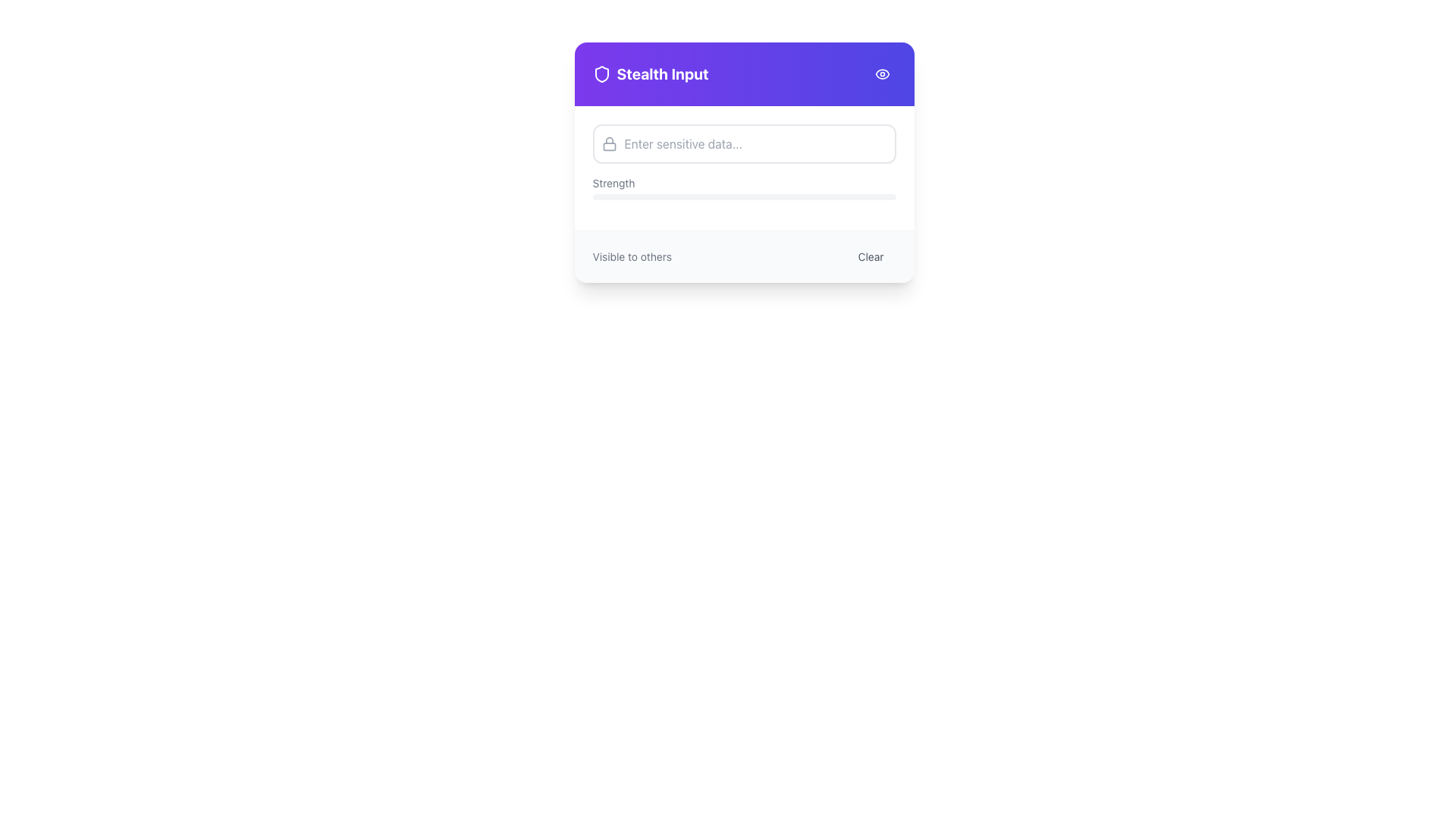  What do you see at coordinates (601, 74) in the screenshot?
I see `the stylized shield icon located in the top-left corner of the modal interface, to the left of the 'Stealth Input' title` at bounding box center [601, 74].